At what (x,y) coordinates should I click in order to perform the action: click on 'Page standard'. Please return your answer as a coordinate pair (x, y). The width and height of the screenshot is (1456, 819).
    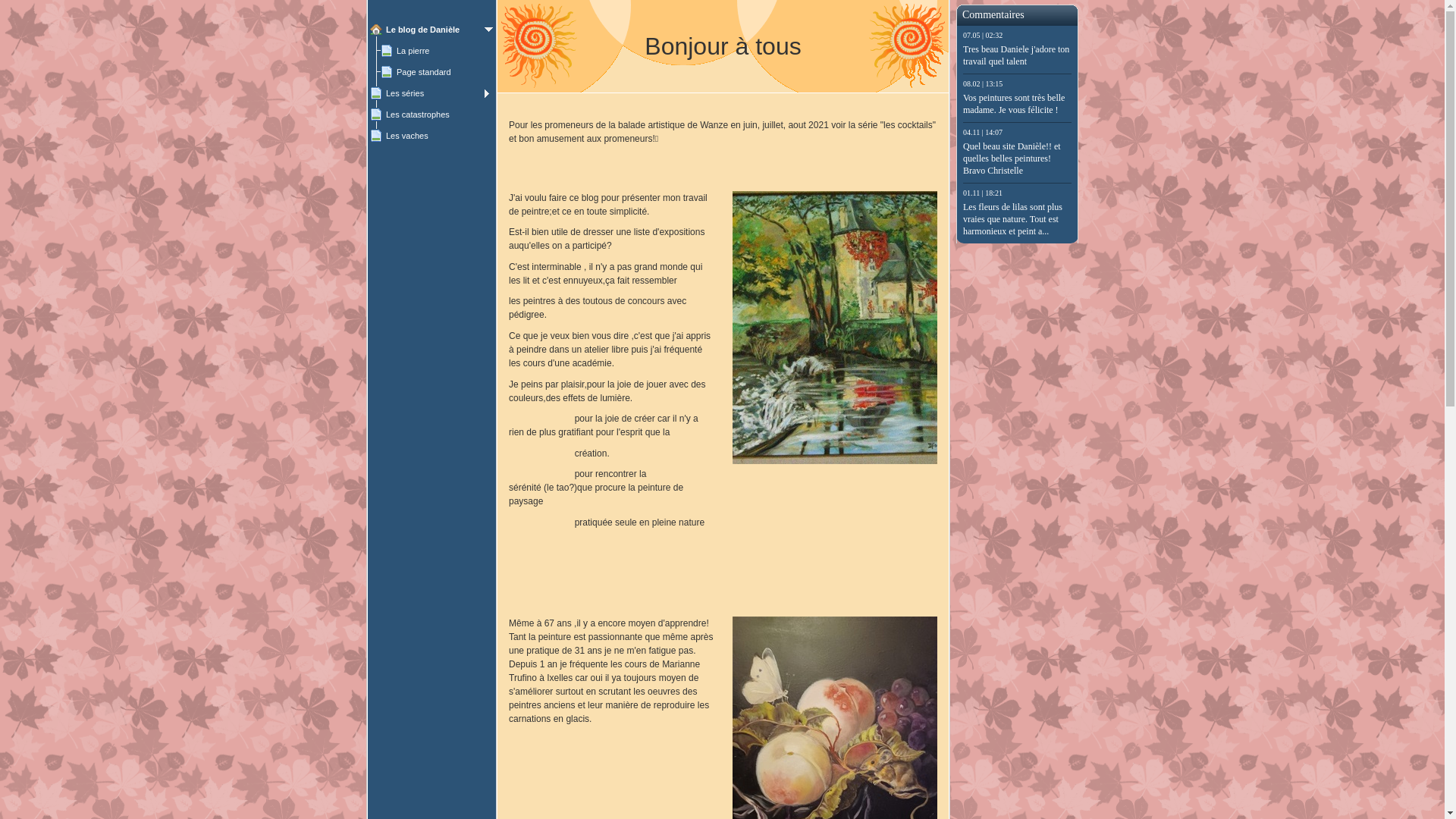
    Looking at the image, I should click on (436, 72).